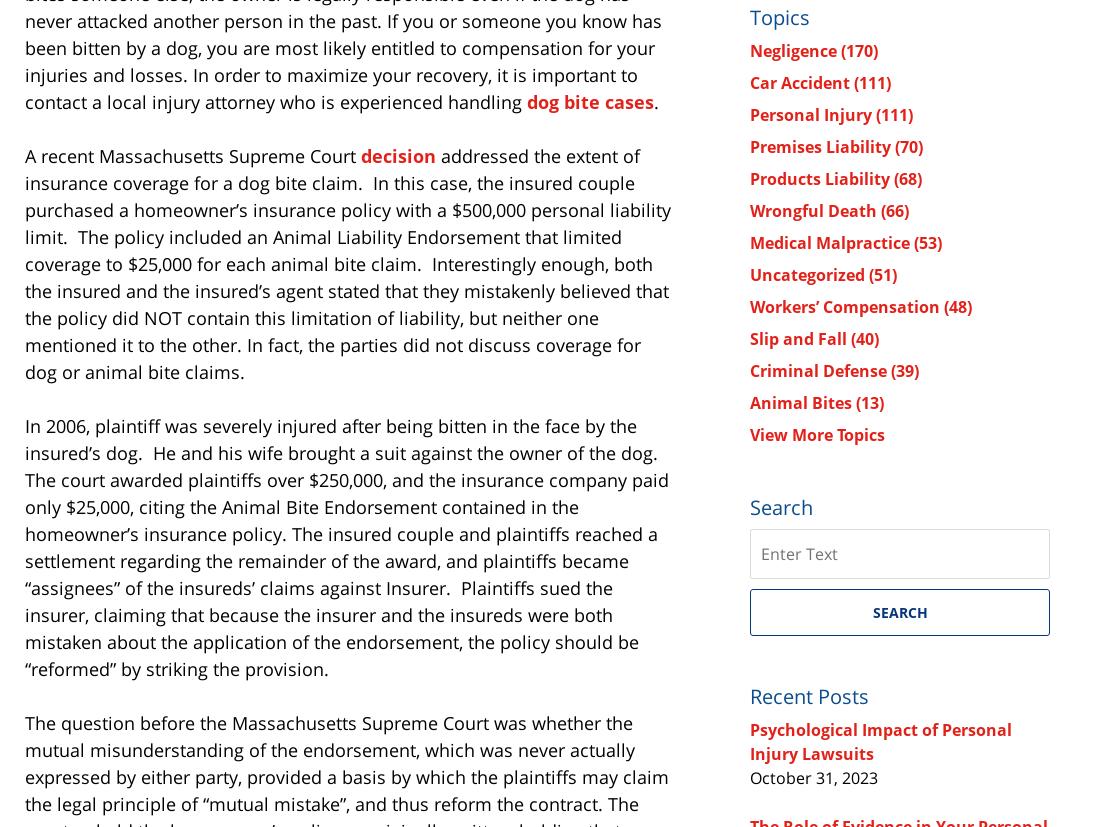  Describe the element at coordinates (864, 337) in the screenshot. I see `'(40)'` at that location.